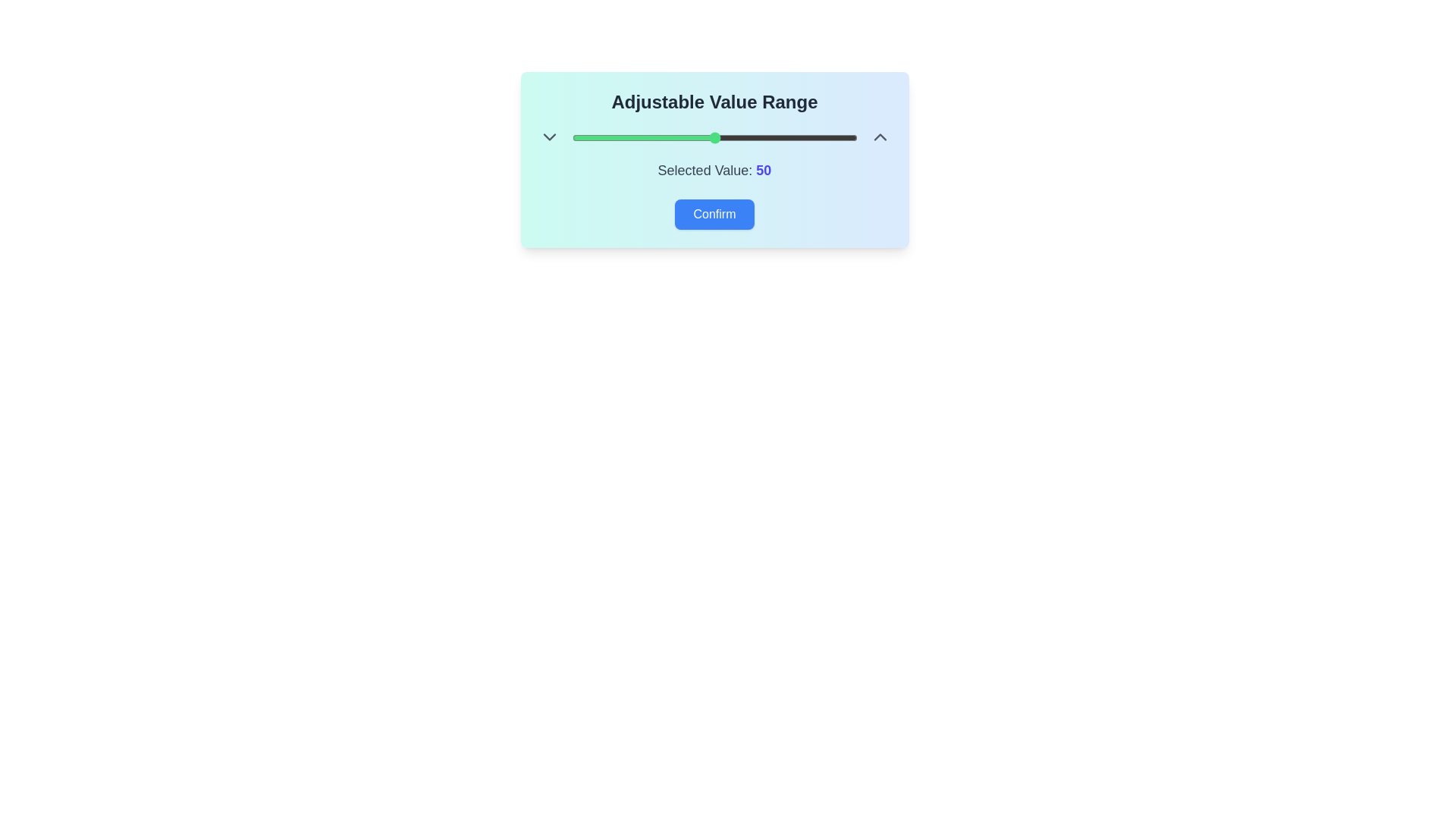 This screenshot has width=1456, height=819. What do you see at coordinates (579, 137) in the screenshot?
I see `the slider to set the value to 3` at bounding box center [579, 137].